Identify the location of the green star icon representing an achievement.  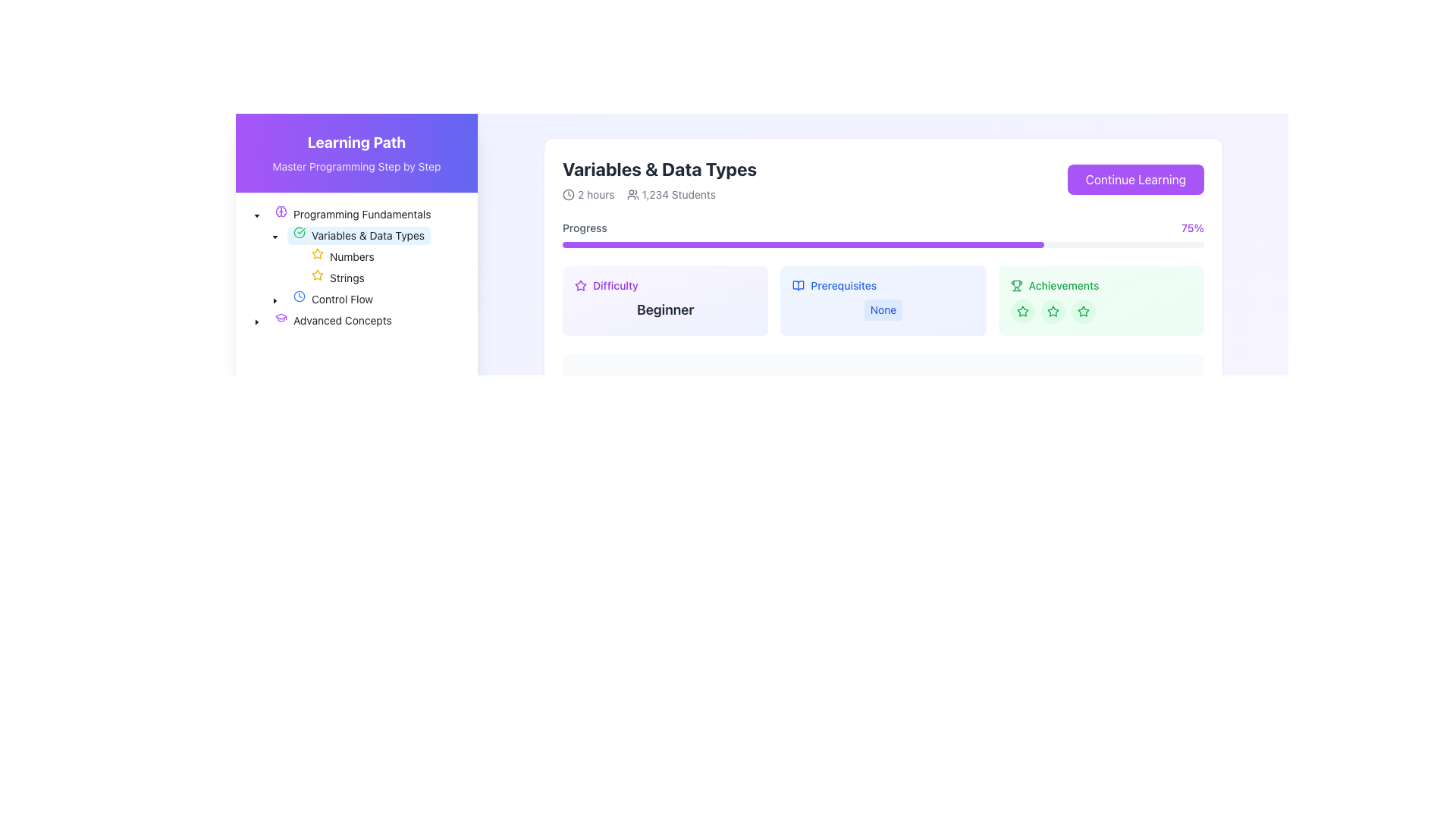
(1052, 310).